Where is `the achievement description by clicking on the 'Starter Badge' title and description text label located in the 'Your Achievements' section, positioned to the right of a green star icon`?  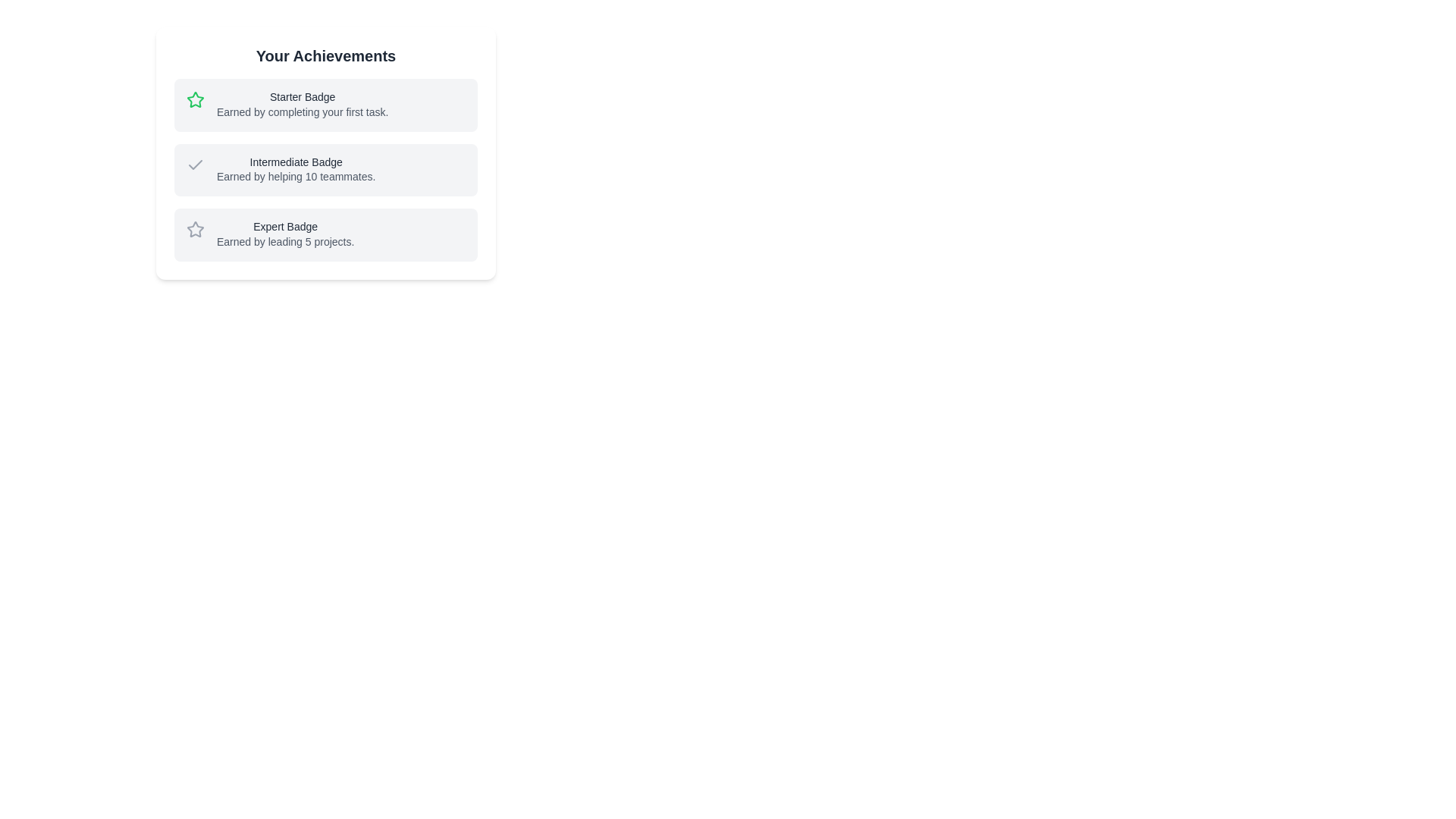 the achievement description by clicking on the 'Starter Badge' title and description text label located in the 'Your Achievements' section, positioned to the right of a green star icon is located at coordinates (303, 104).